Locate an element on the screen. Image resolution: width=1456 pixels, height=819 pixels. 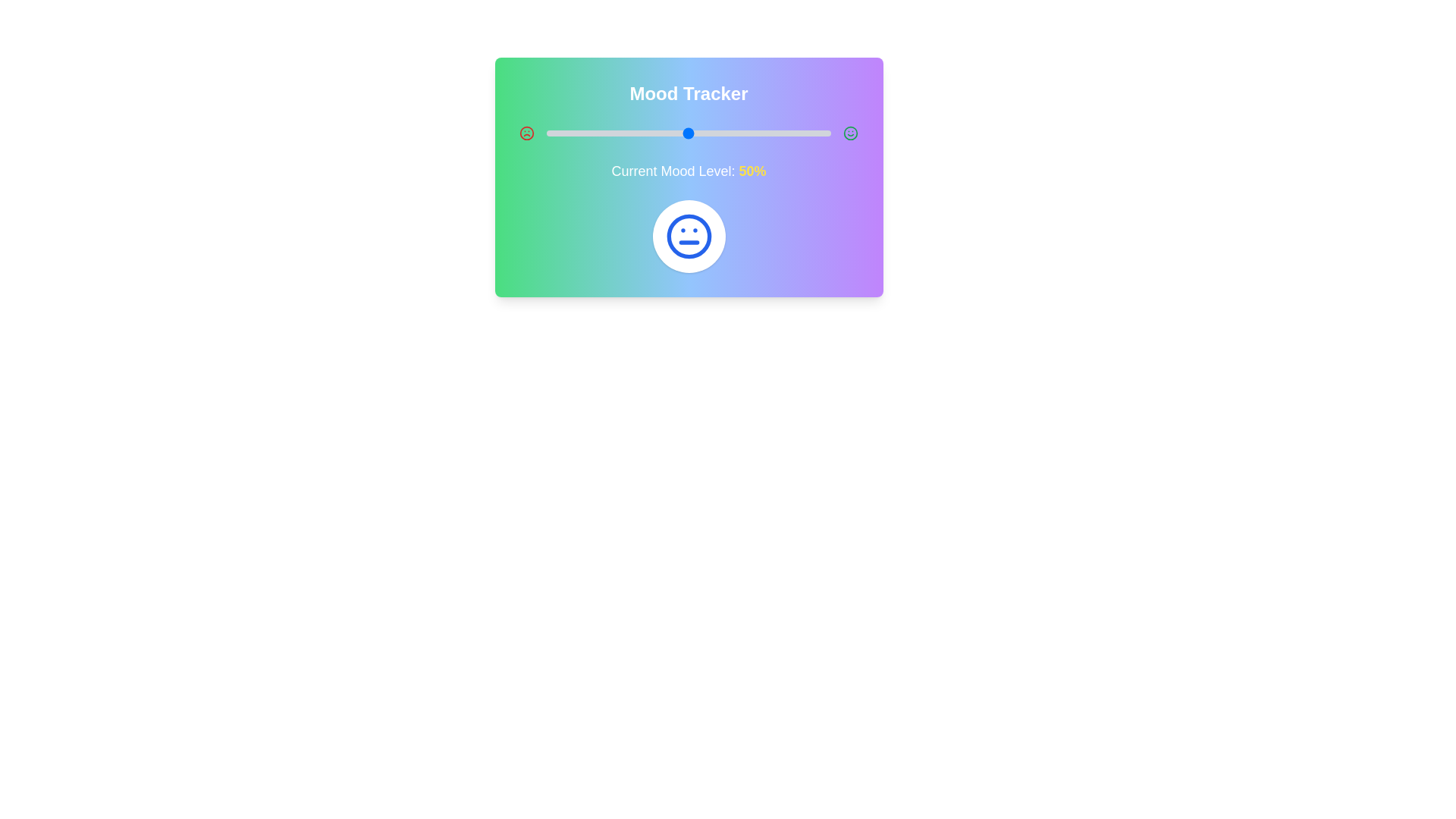
the mood level to 82% by dragging the slider is located at coordinates (780, 133).